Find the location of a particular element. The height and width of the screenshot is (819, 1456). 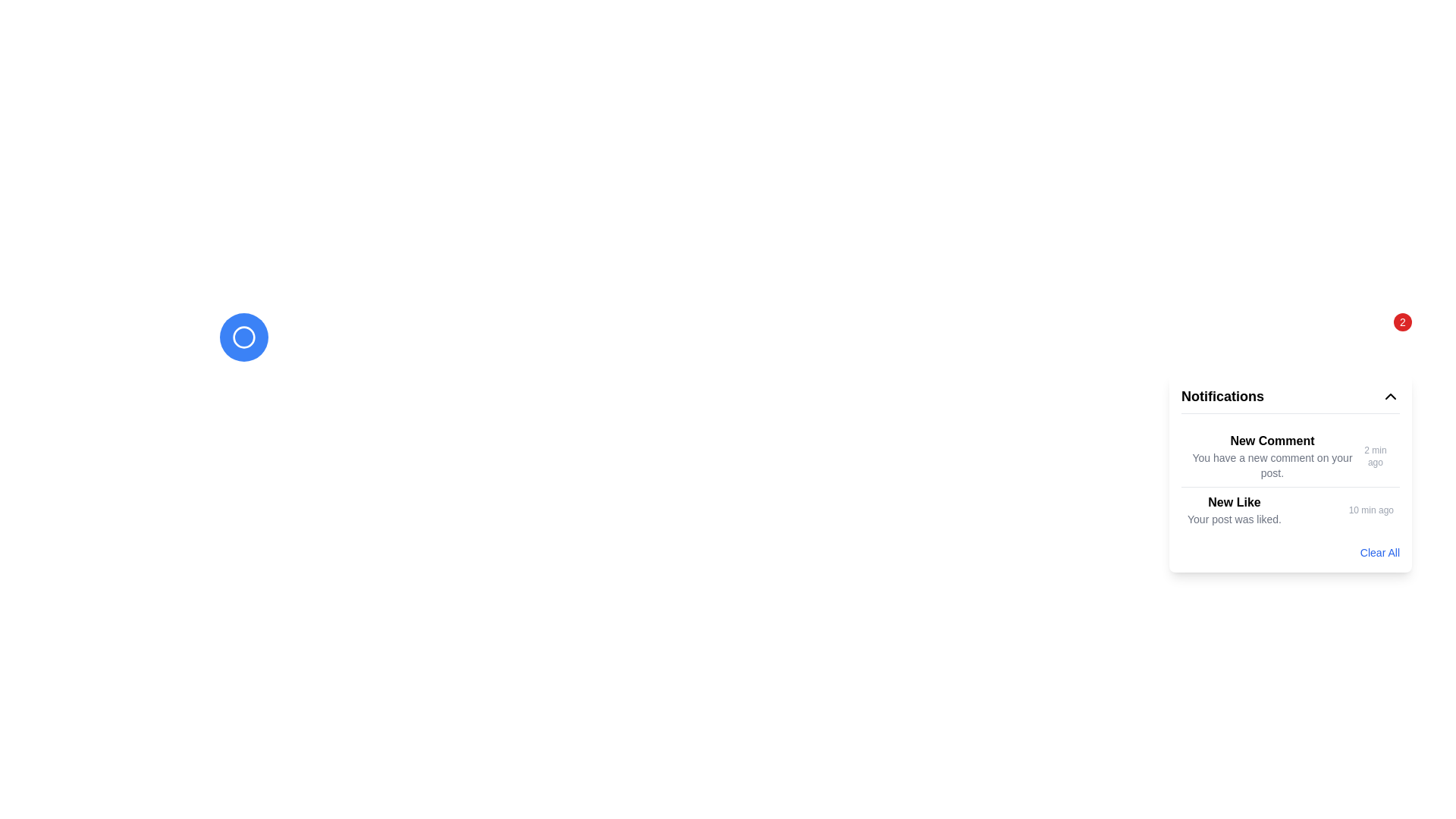

the muted gray text label "10 min ago" located at the bottom-right of the notification group, which indicates temporal information related to a new like is located at coordinates (1371, 510).